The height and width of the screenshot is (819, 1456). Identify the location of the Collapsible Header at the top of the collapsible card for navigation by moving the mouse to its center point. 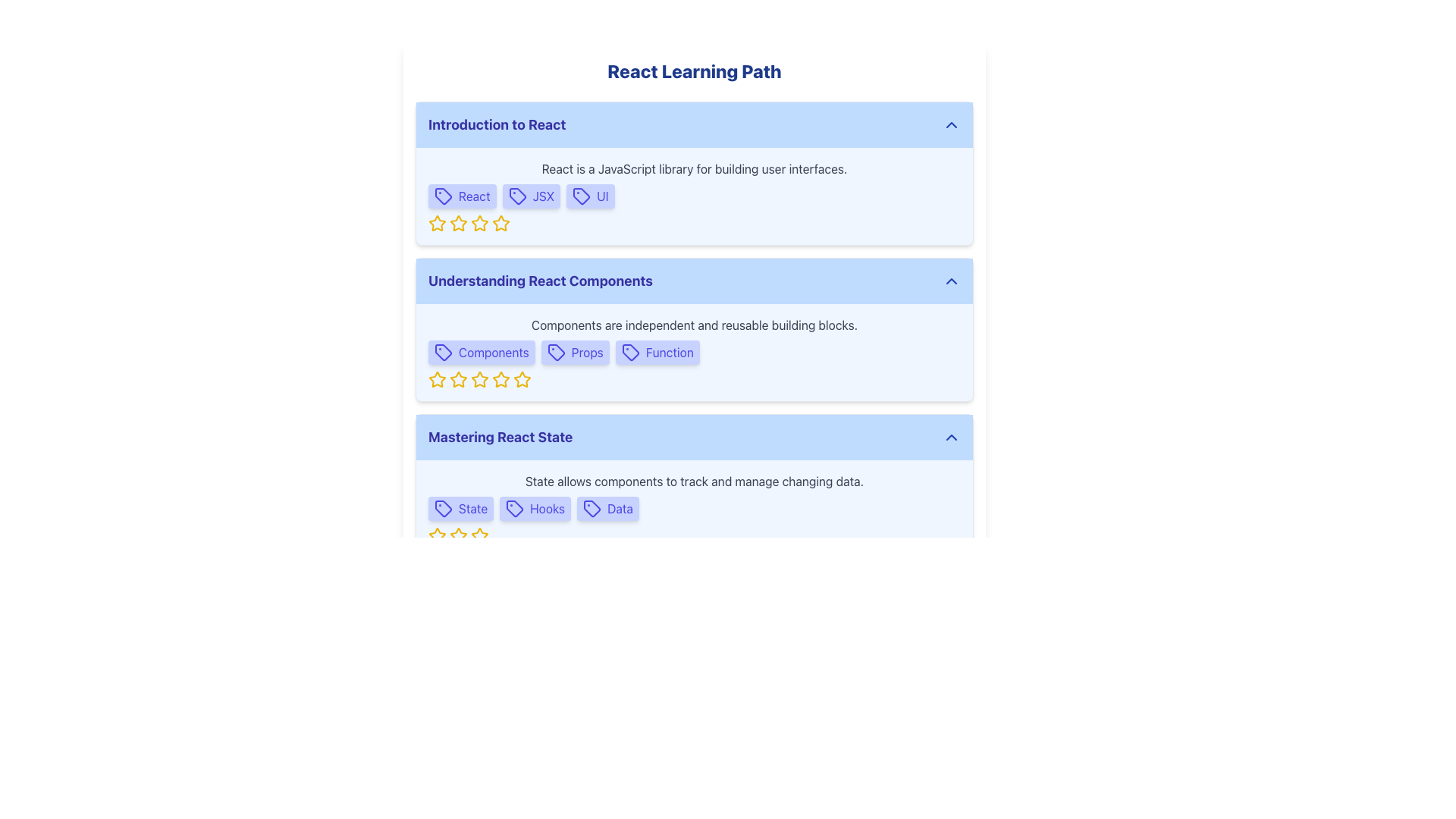
(694, 124).